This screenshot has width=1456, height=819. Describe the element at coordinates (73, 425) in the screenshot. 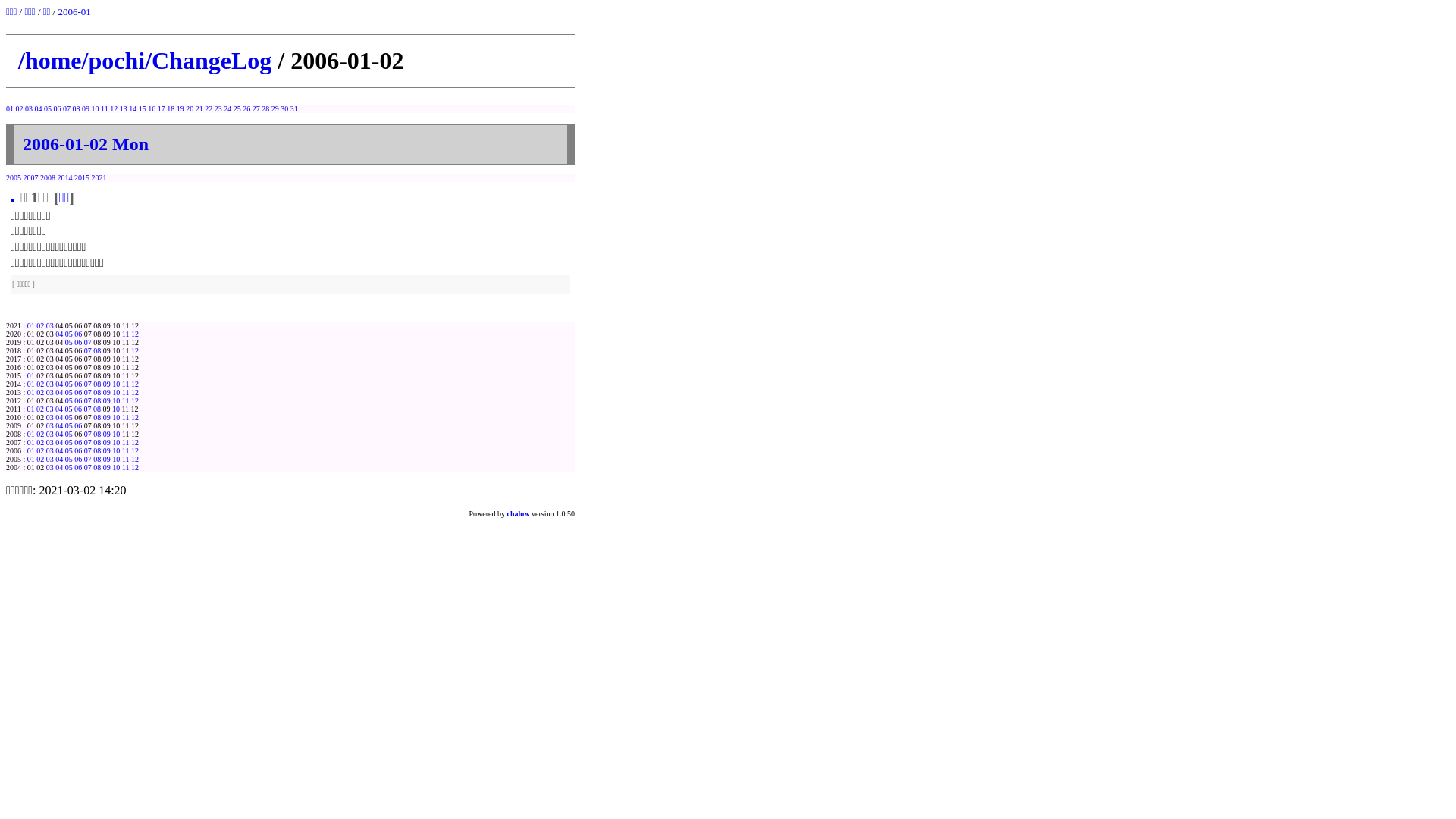

I see `'06'` at that location.